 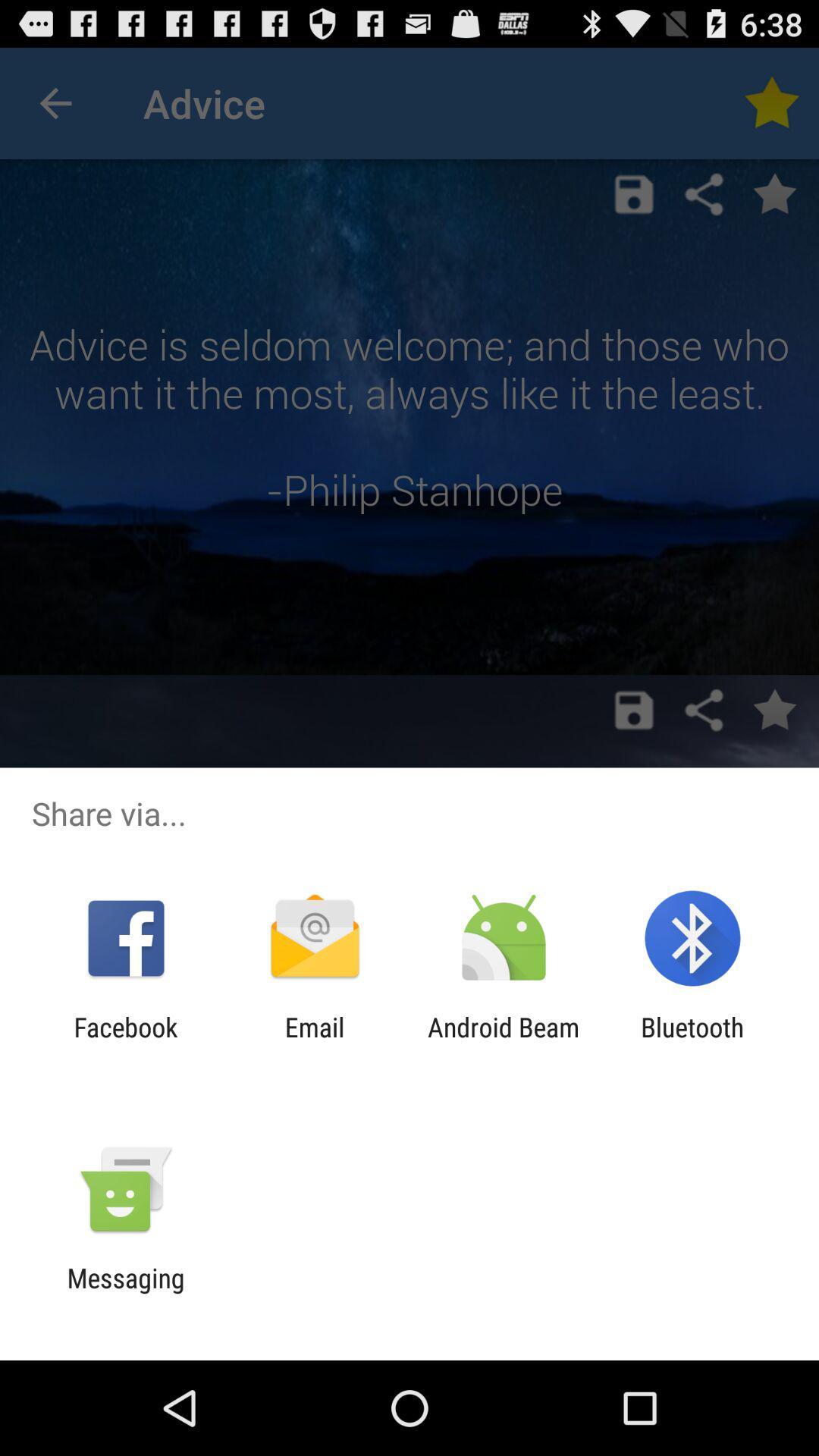 What do you see at coordinates (504, 1042) in the screenshot?
I see `app to the right of email icon` at bounding box center [504, 1042].